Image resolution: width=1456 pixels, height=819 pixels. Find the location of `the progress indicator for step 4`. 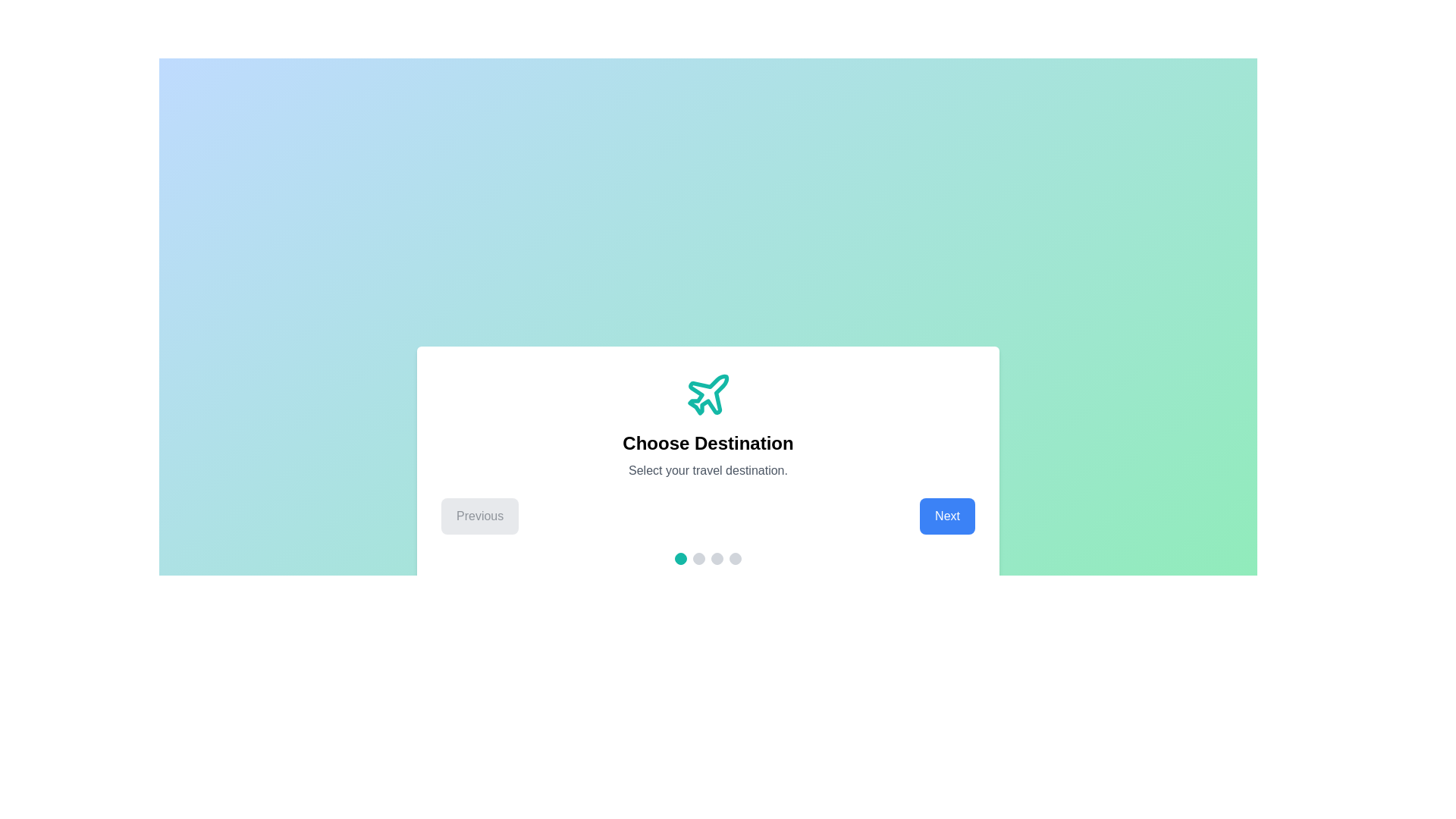

the progress indicator for step 4 is located at coordinates (735, 558).